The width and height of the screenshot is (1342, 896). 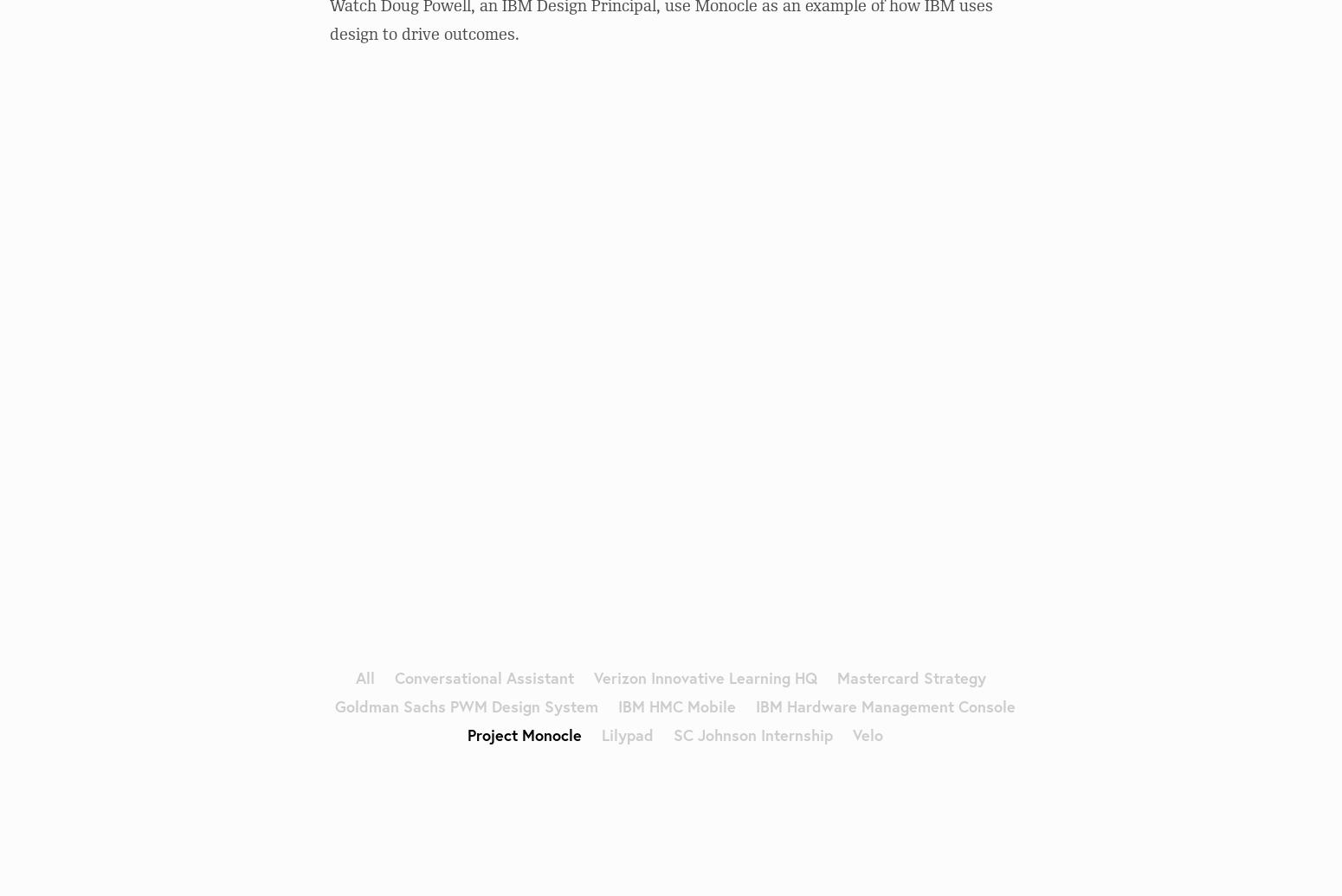 What do you see at coordinates (752, 732) in the screenshot?
I see `'SC Johnson Internship'` at bounding box center [752, 732].